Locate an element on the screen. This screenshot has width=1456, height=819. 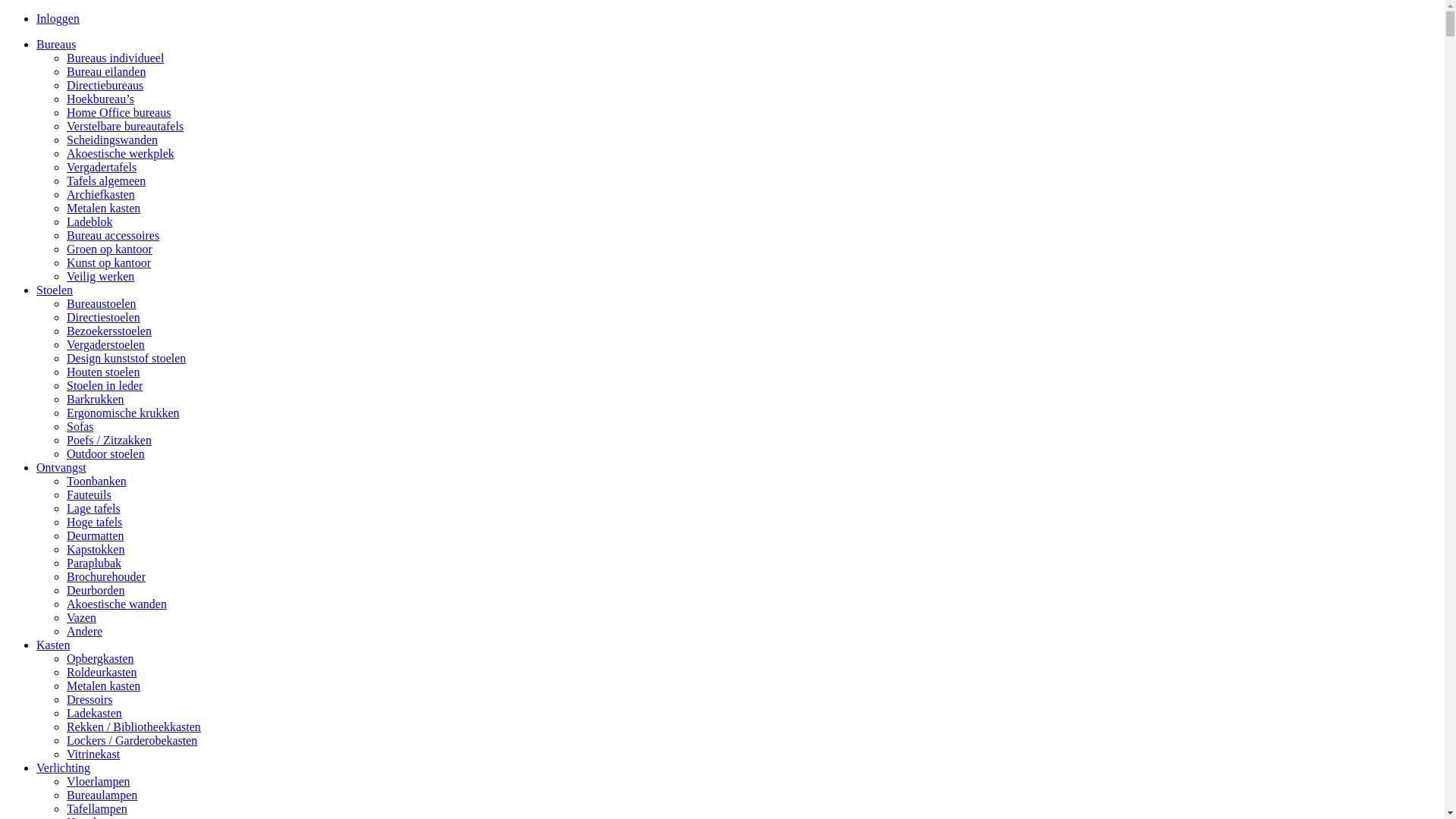
'Poefs / Zitzakken' is located at coordinates (108, 440).